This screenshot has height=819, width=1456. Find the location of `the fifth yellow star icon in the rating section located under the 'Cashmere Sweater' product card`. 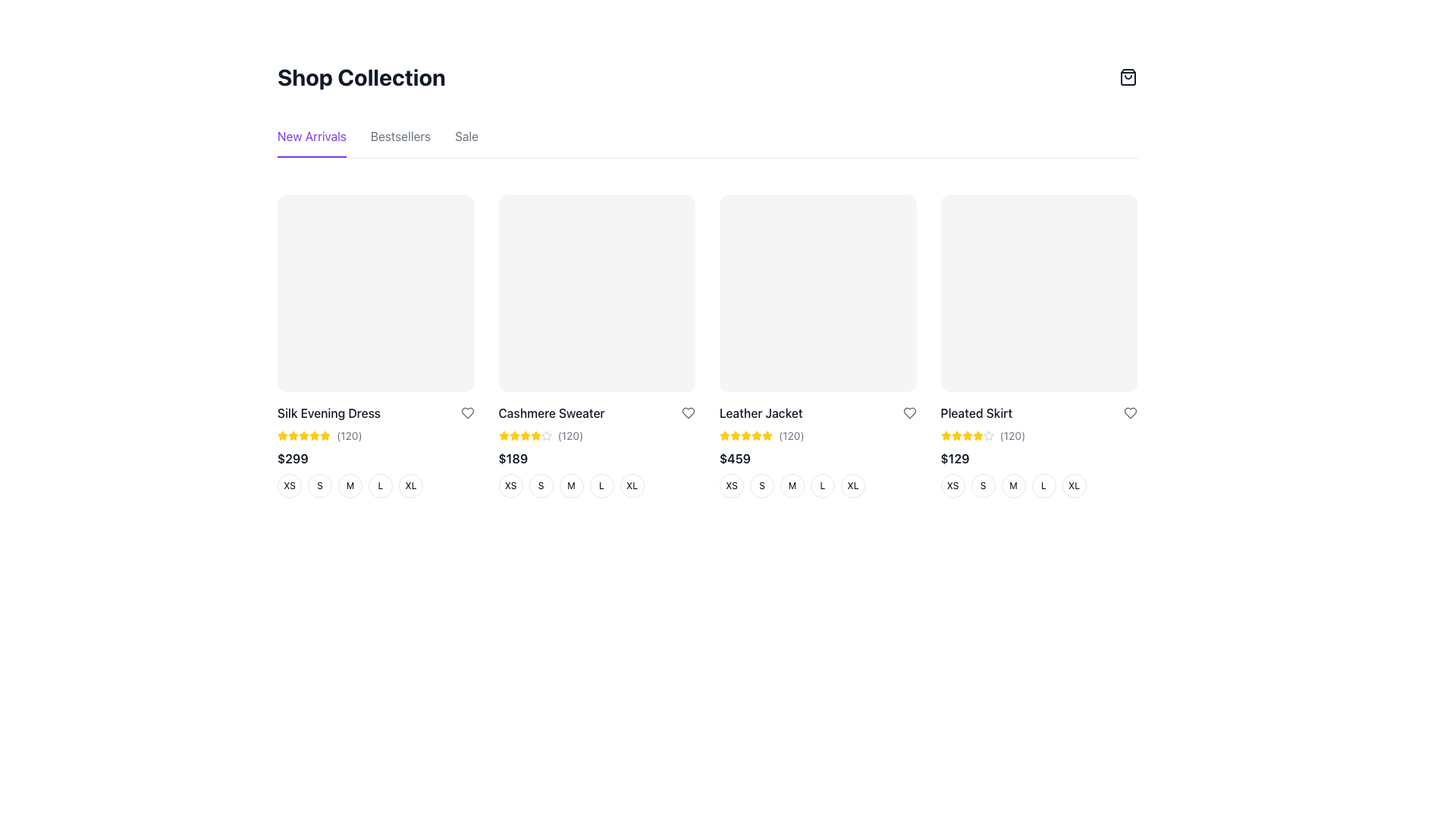

the fifth yellow star icon in the rating section located under the 'Cashmere Sweater' product card is located at coordinates (525, 435).